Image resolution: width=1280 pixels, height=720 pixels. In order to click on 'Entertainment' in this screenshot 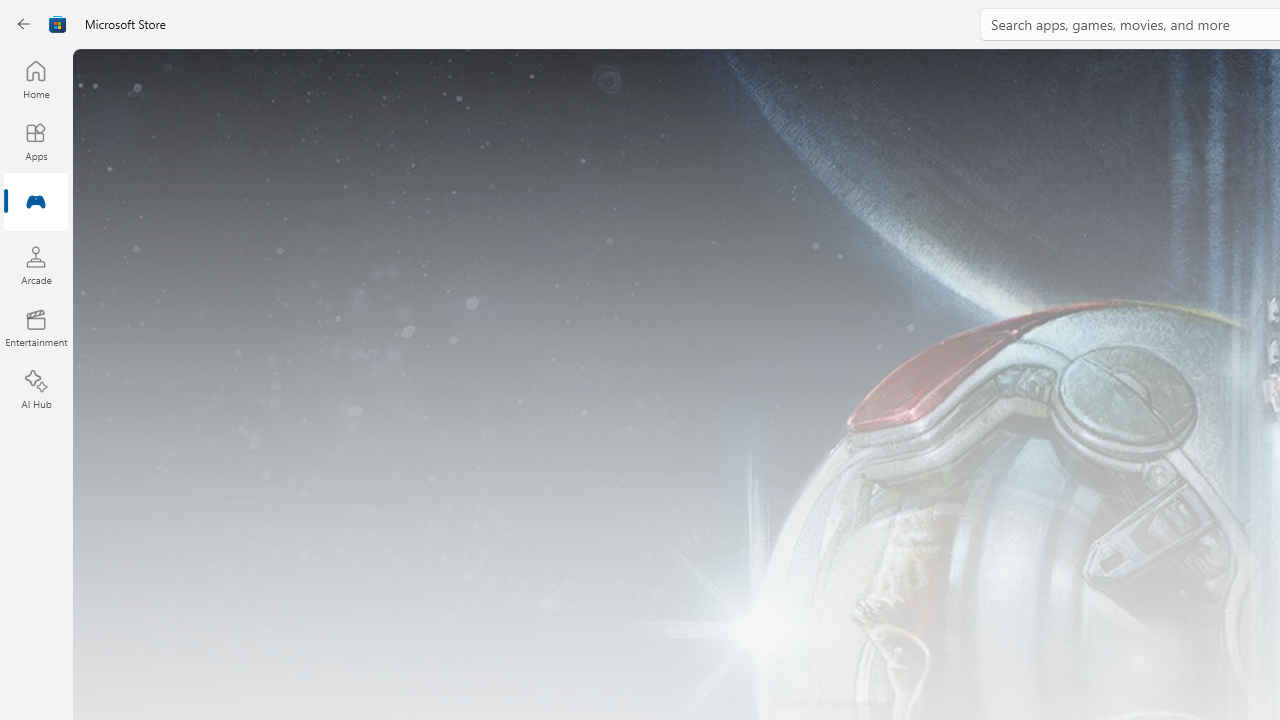, I will do `click(35, 326)`.